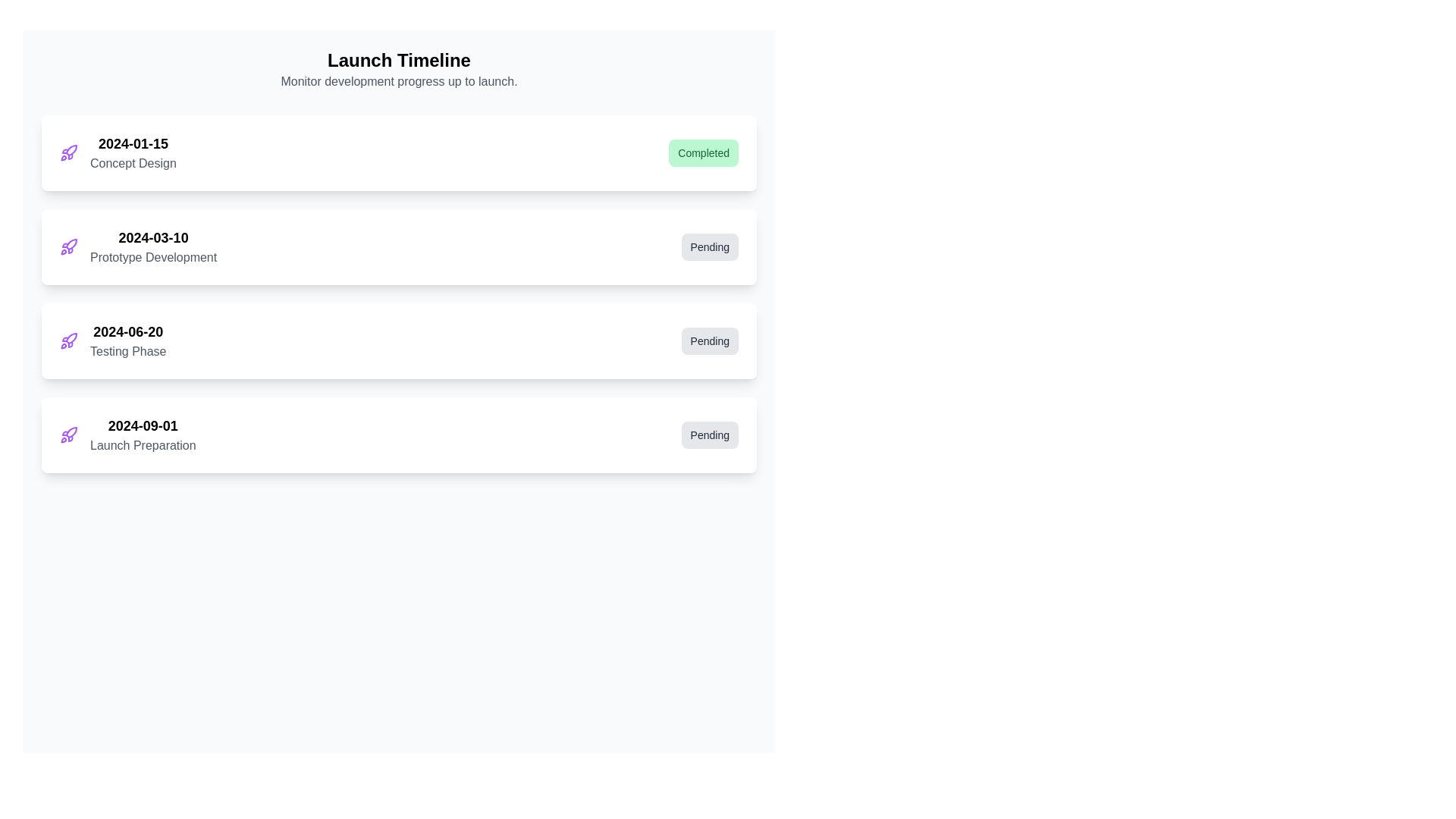 The width and height of the screenshot is (1456, 819). What do you see at coordinates (133, 164) in the screenshot?
I see `the text label displaying 'Concept Design' styled in gray font, located below the date '2024-01-15' in the event list` at bounding box center [133, 164].